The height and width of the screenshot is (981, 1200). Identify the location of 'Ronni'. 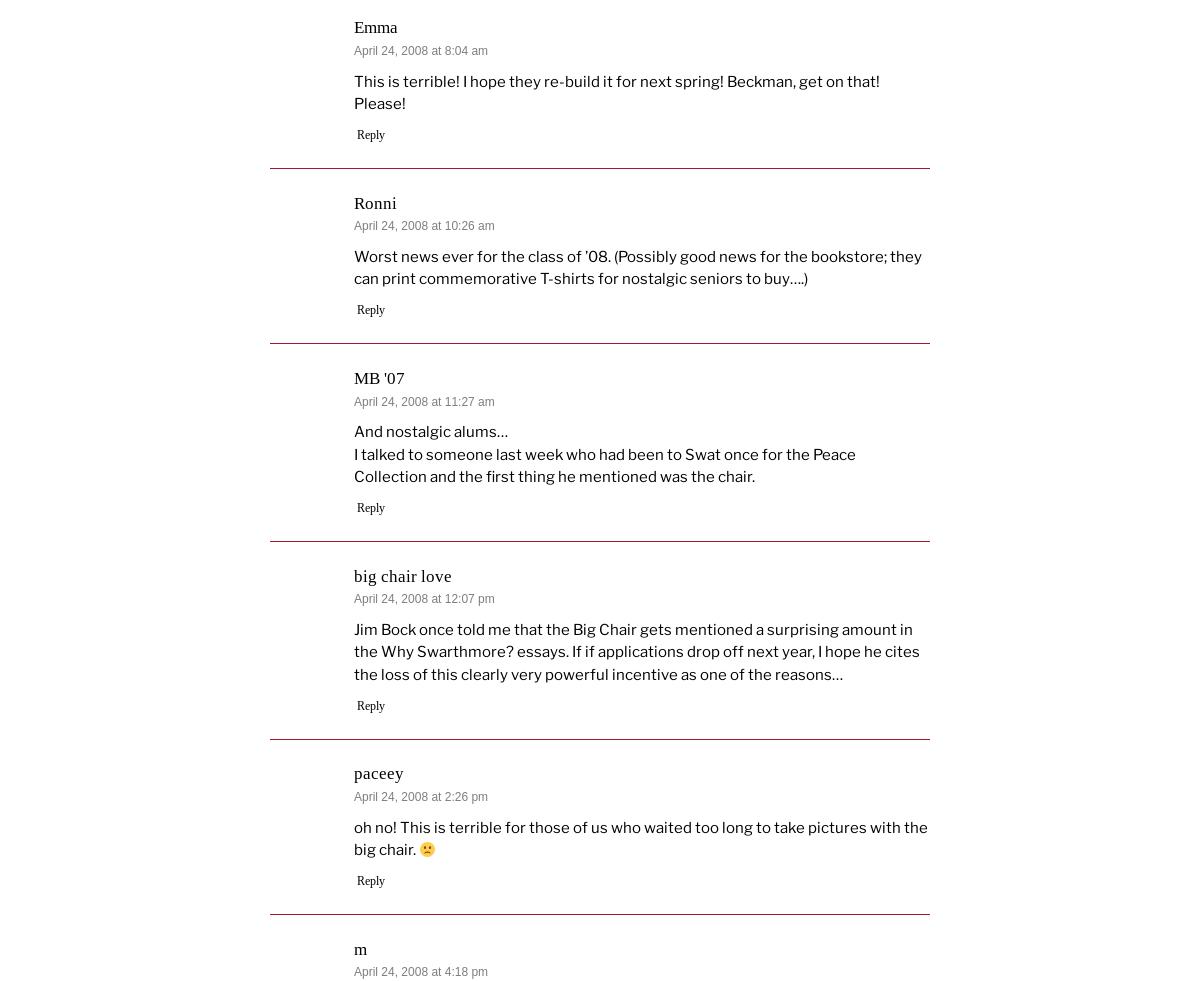
(375, 201).